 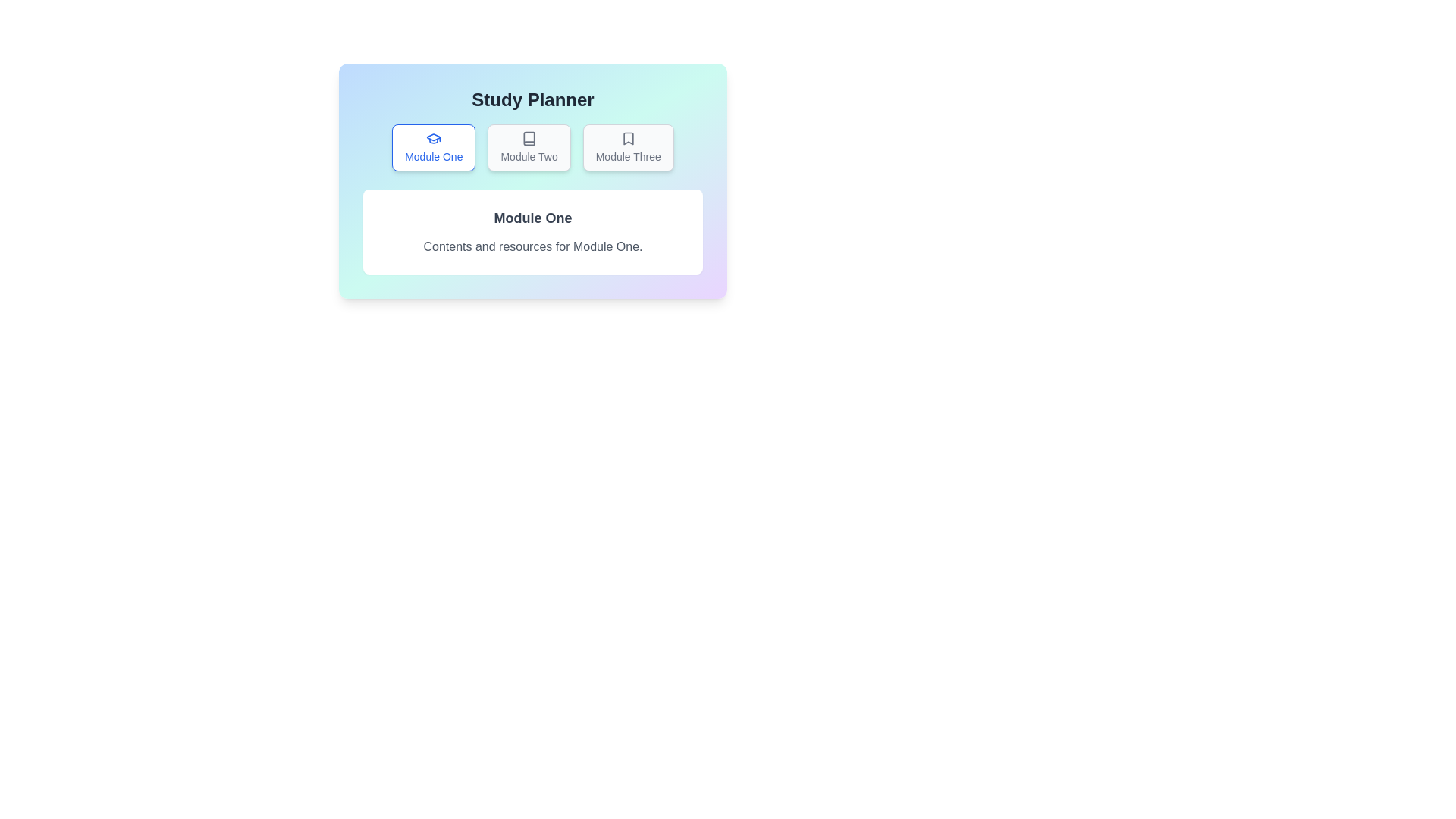 What do you see at coordinates (628, 148) in the screenshot?
I see `the tab corresponding to Module Three` at bounding box center [628, 148].